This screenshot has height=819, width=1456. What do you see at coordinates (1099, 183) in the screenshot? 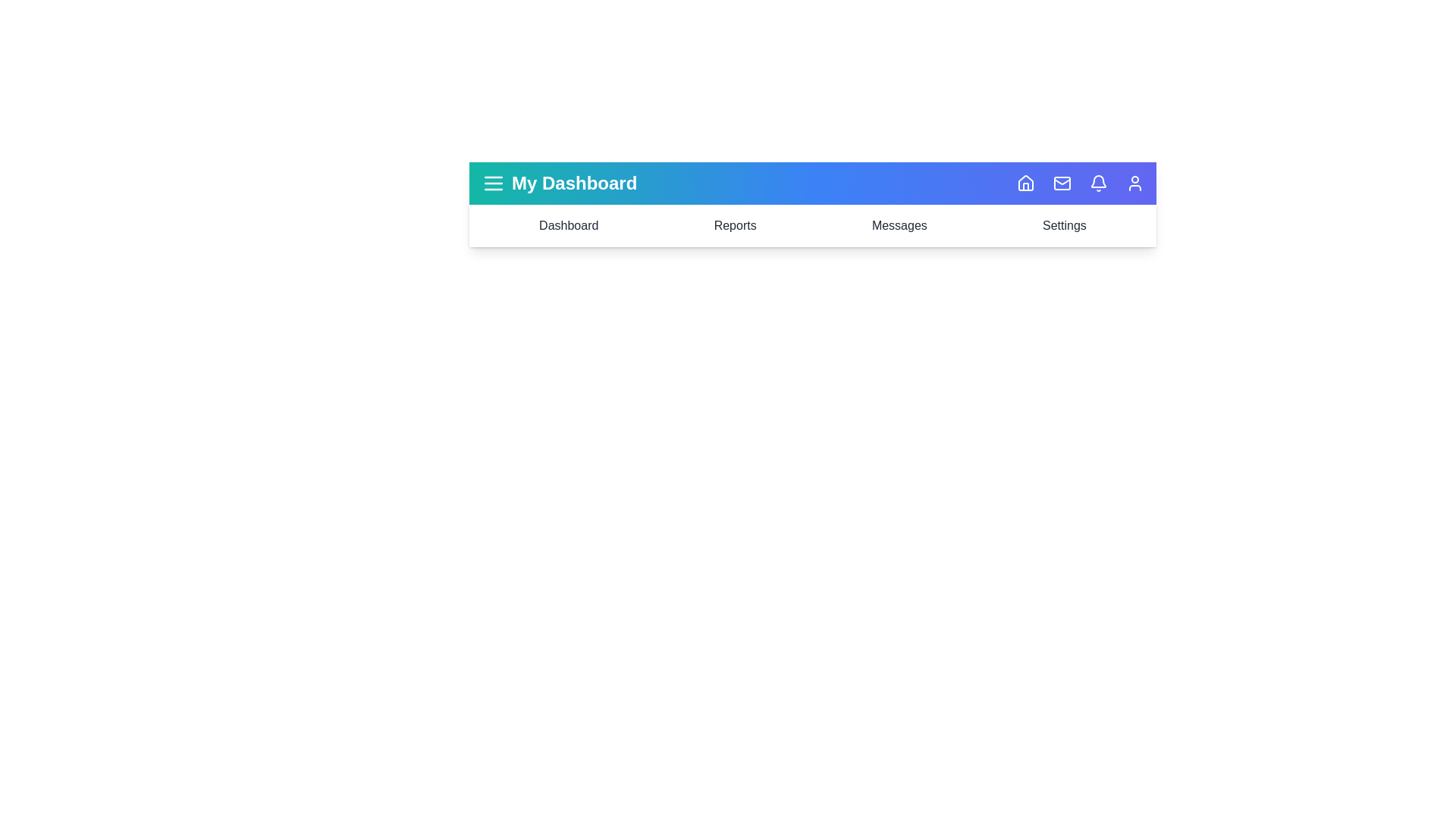
I see `the bell icon in the top bar` at bounding box center [1099, 183].